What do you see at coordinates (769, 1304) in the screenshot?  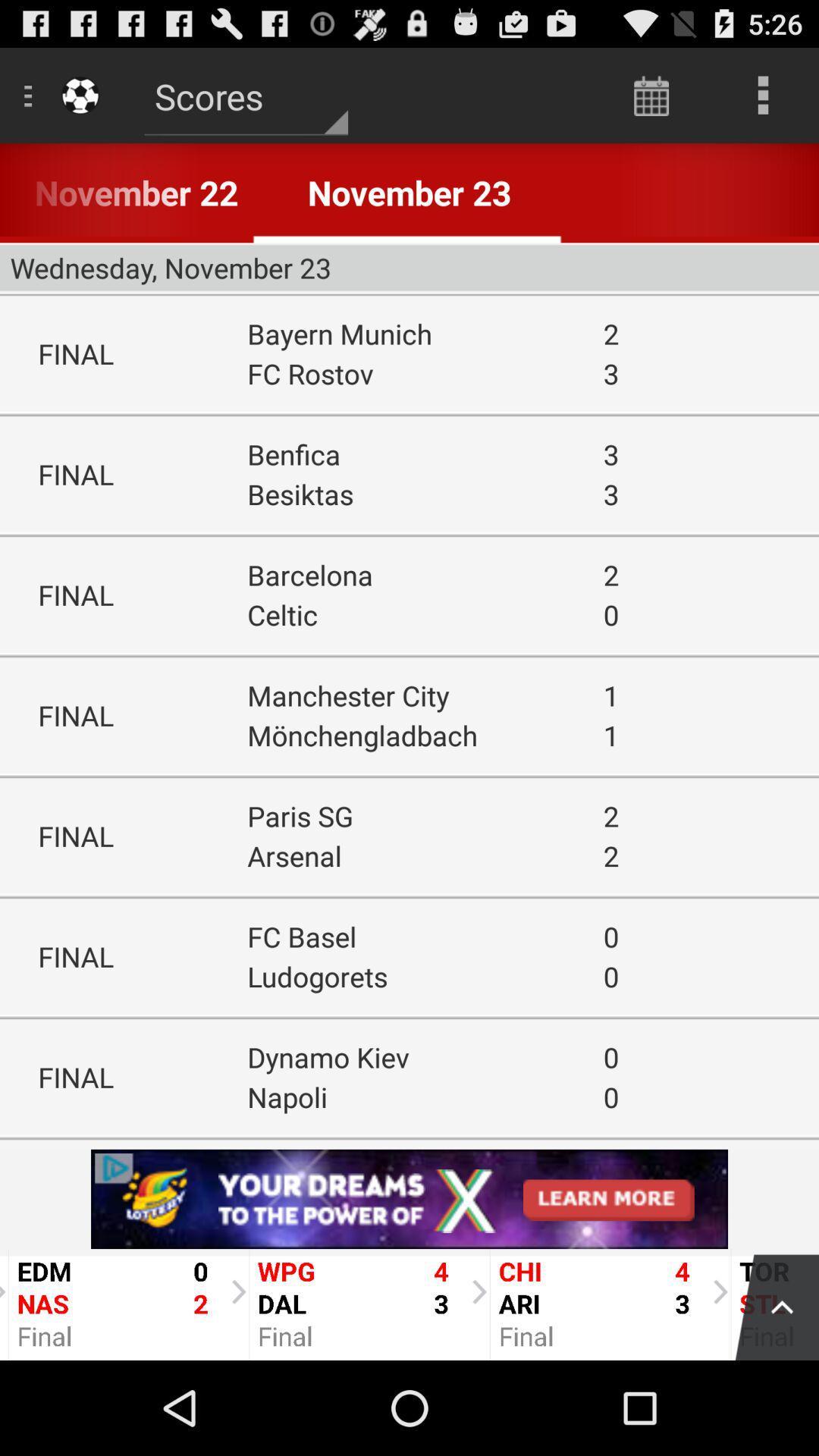 I see `menu` at bounding box center [769, 1304].